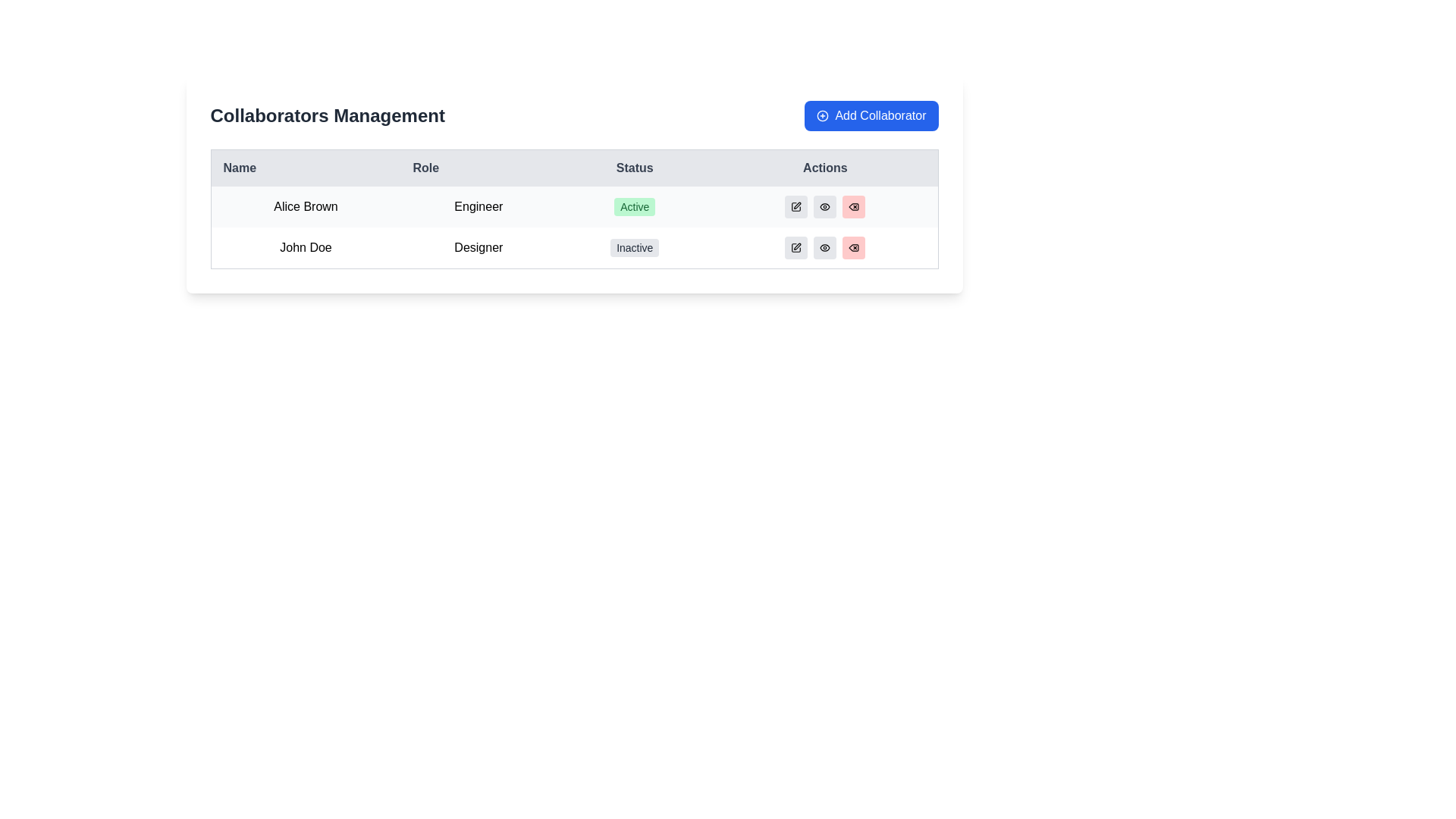 The image size is (1456, 819). I want to click on the second button in the Actions column, which has a gray background and an eye icon, so click(824, 207).